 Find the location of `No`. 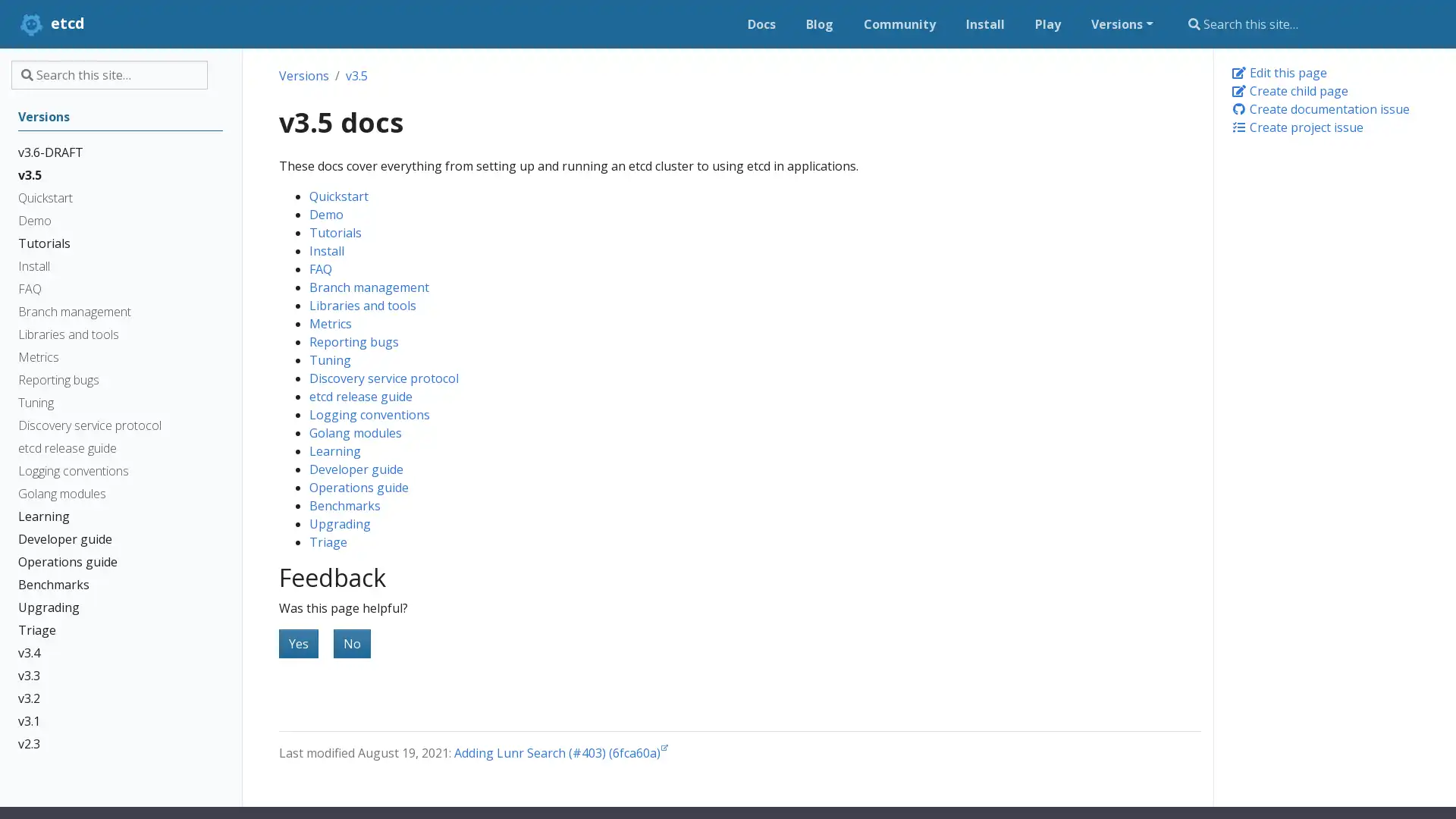

No is located at coordinates (350, 643).